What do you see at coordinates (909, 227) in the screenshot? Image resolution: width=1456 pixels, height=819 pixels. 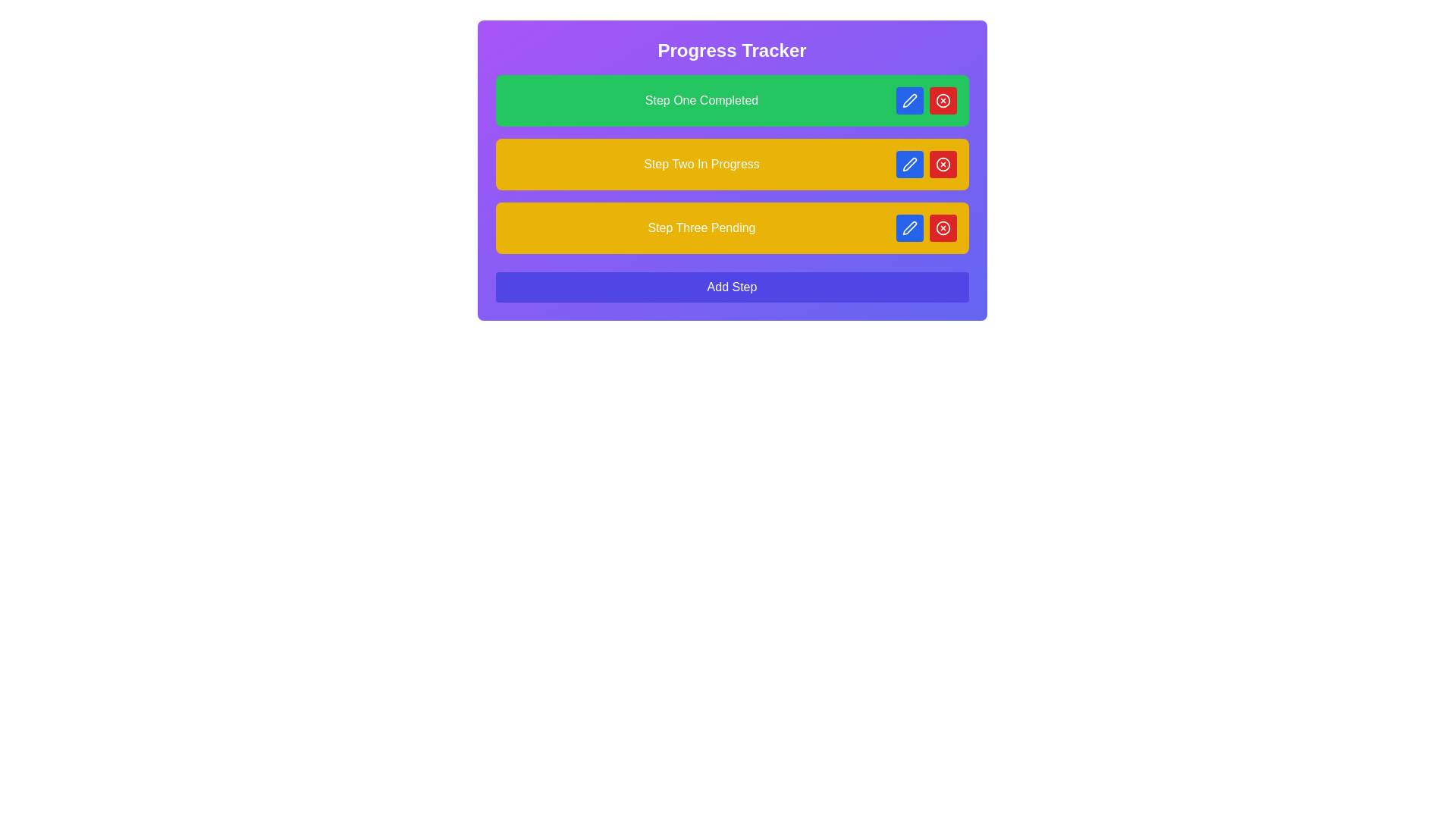 I see `the pen icon located to the left of the red delete icon in the 'Step Three Pending' section` at bounding box center [909, 227].